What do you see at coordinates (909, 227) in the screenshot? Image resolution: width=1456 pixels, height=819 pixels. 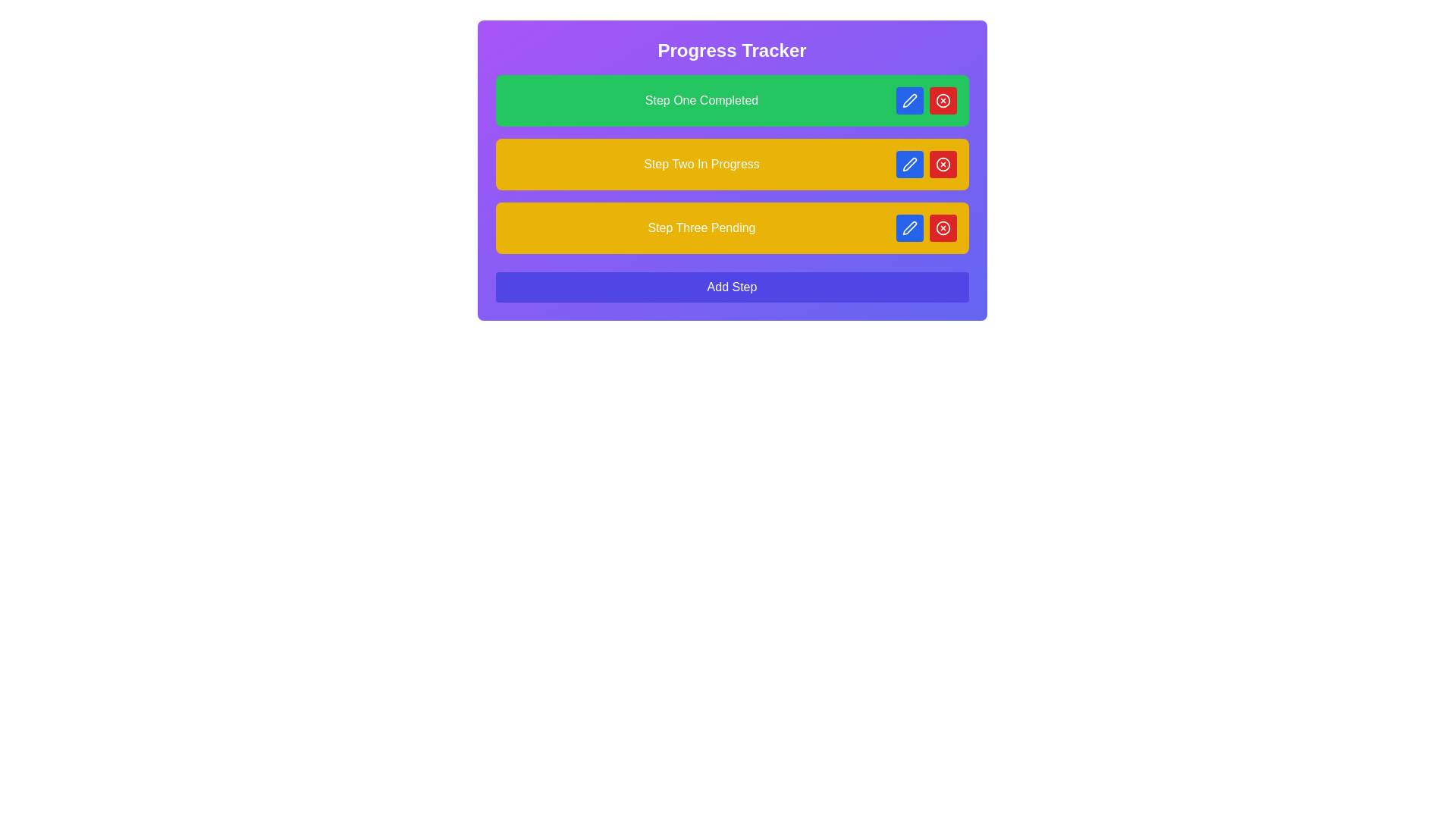 I see `the pen icon located to the left of the red delete icon in the 'Step Three Pending' section` at bounding box center [909, 227].